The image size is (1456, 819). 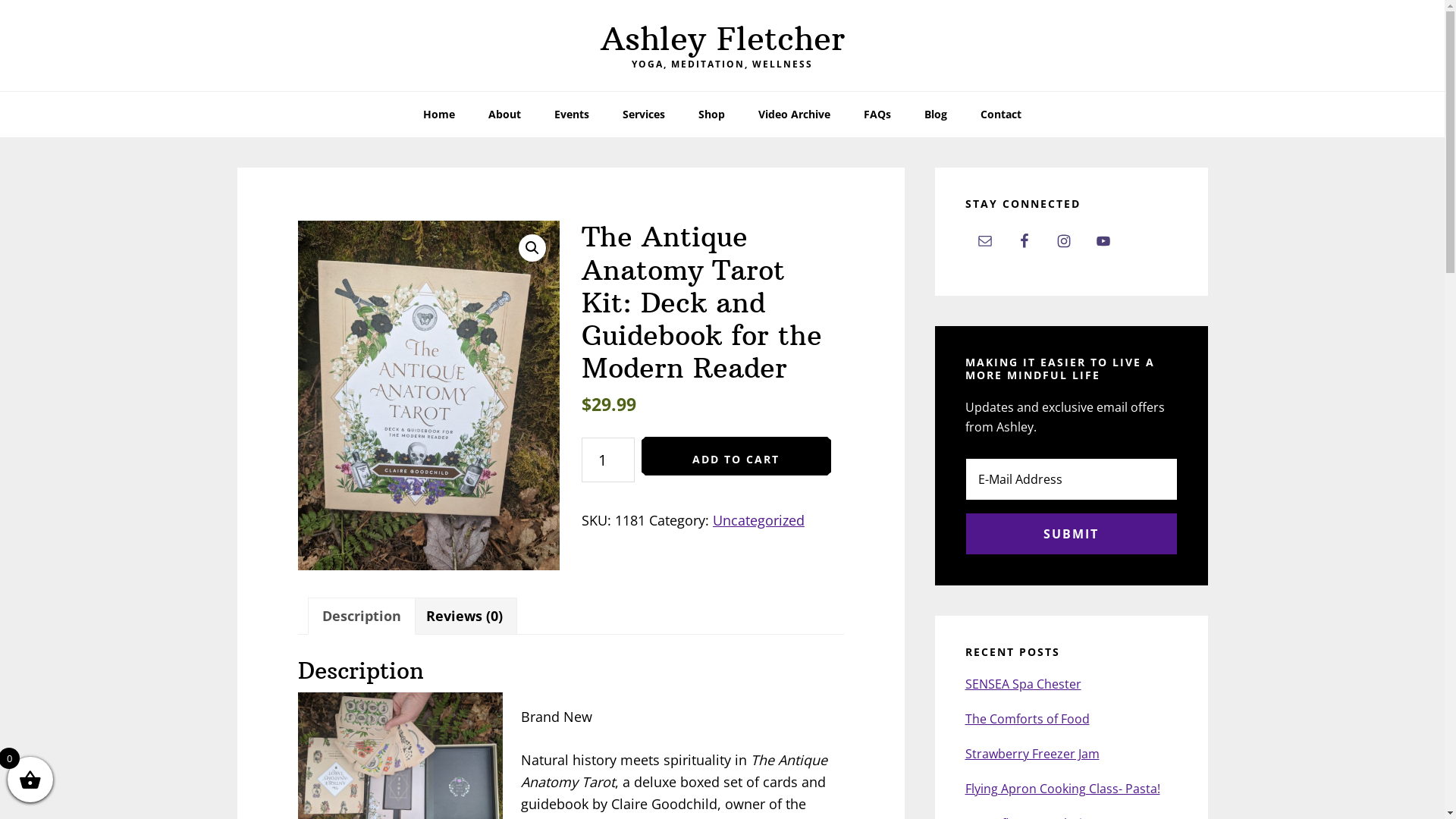 What do you see at coordinates (1031, 754) in the screenshot?
I see `'Strawberry Freezer Jam'` at bounding box center [1031, 754].